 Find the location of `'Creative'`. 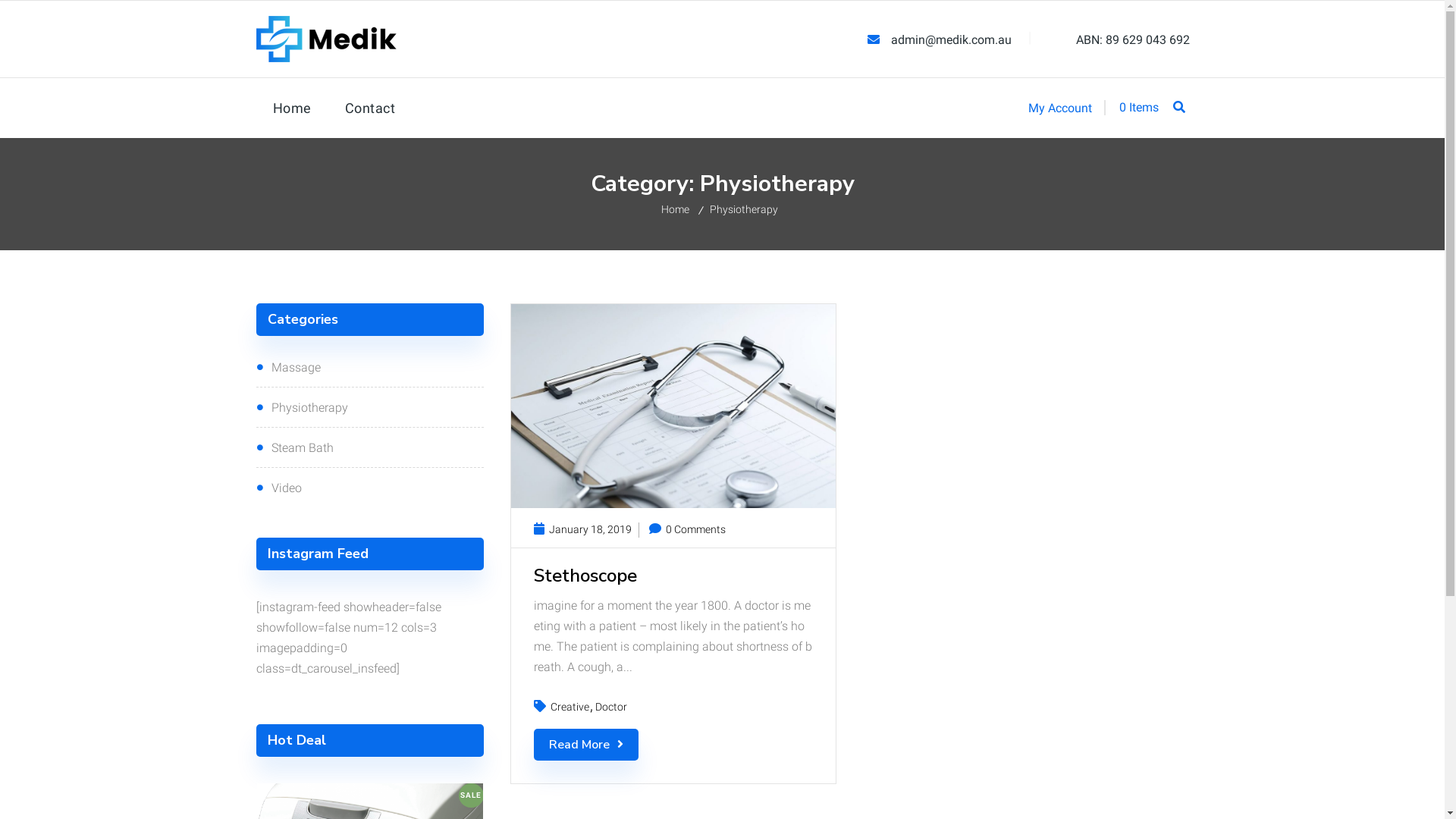

'Creative' is located at coordinates (570, 707).